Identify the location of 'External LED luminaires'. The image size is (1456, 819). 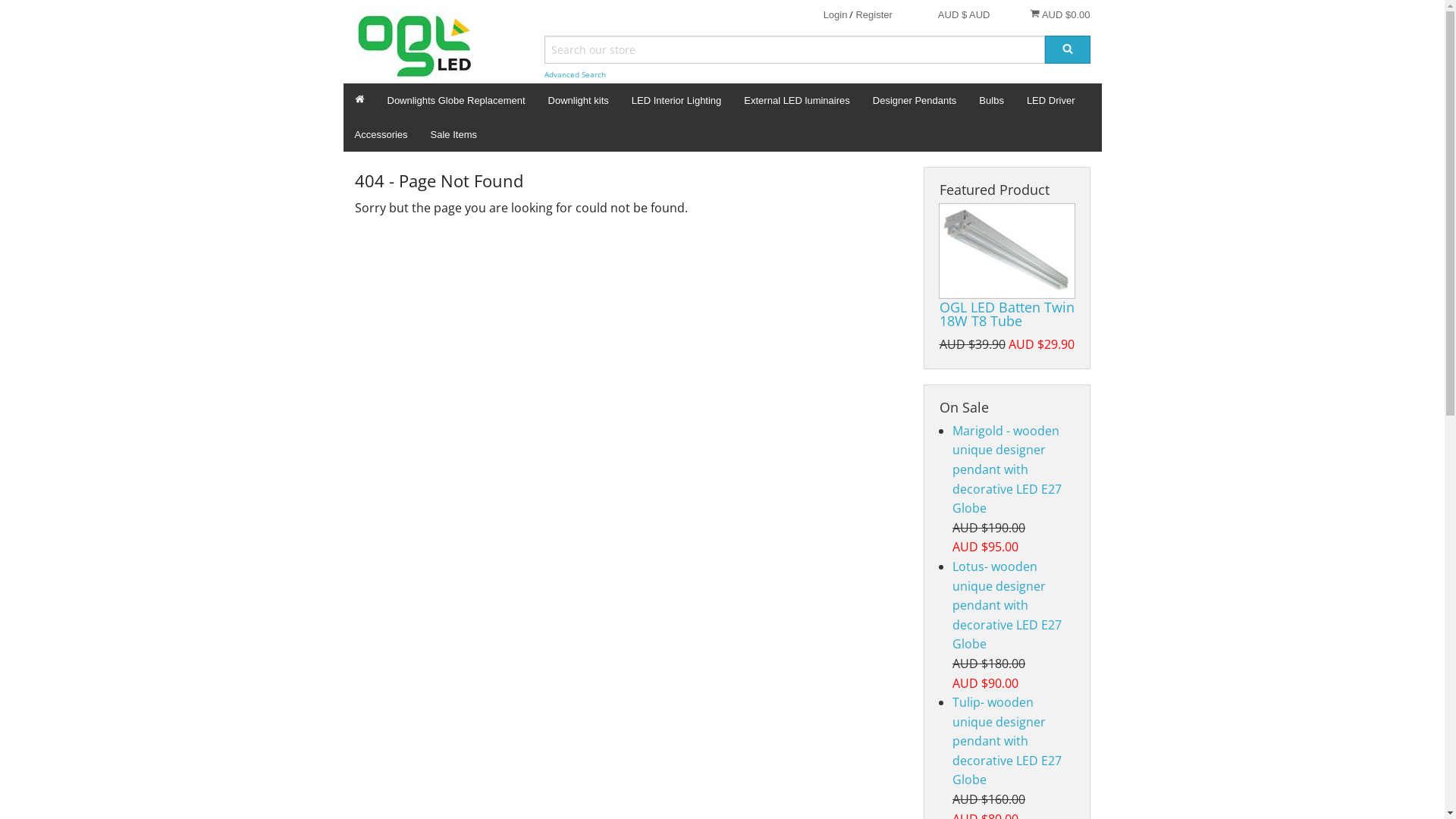
(795, 100).